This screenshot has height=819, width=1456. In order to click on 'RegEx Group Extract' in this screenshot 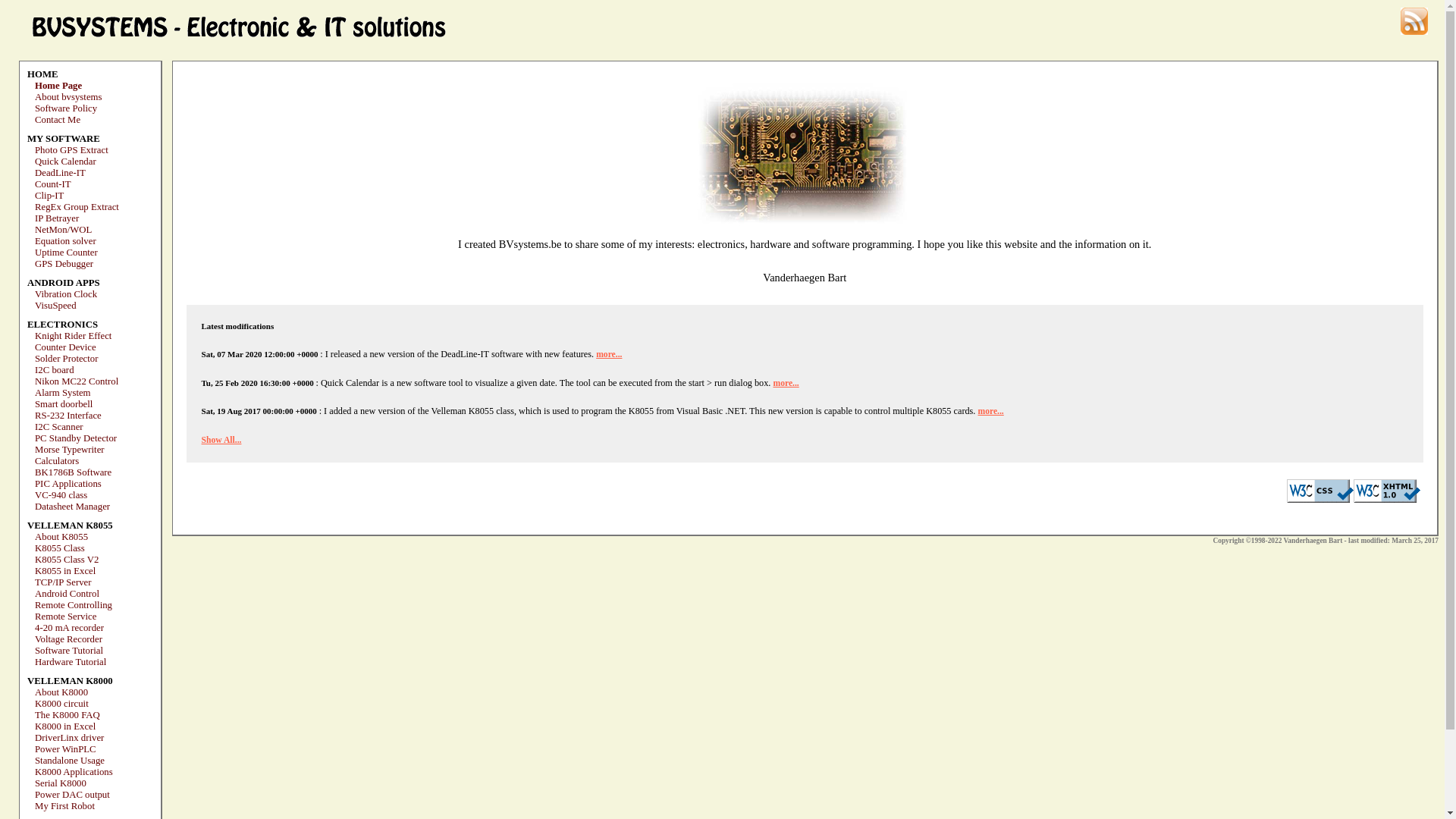, I will do `click(76, 207)`.